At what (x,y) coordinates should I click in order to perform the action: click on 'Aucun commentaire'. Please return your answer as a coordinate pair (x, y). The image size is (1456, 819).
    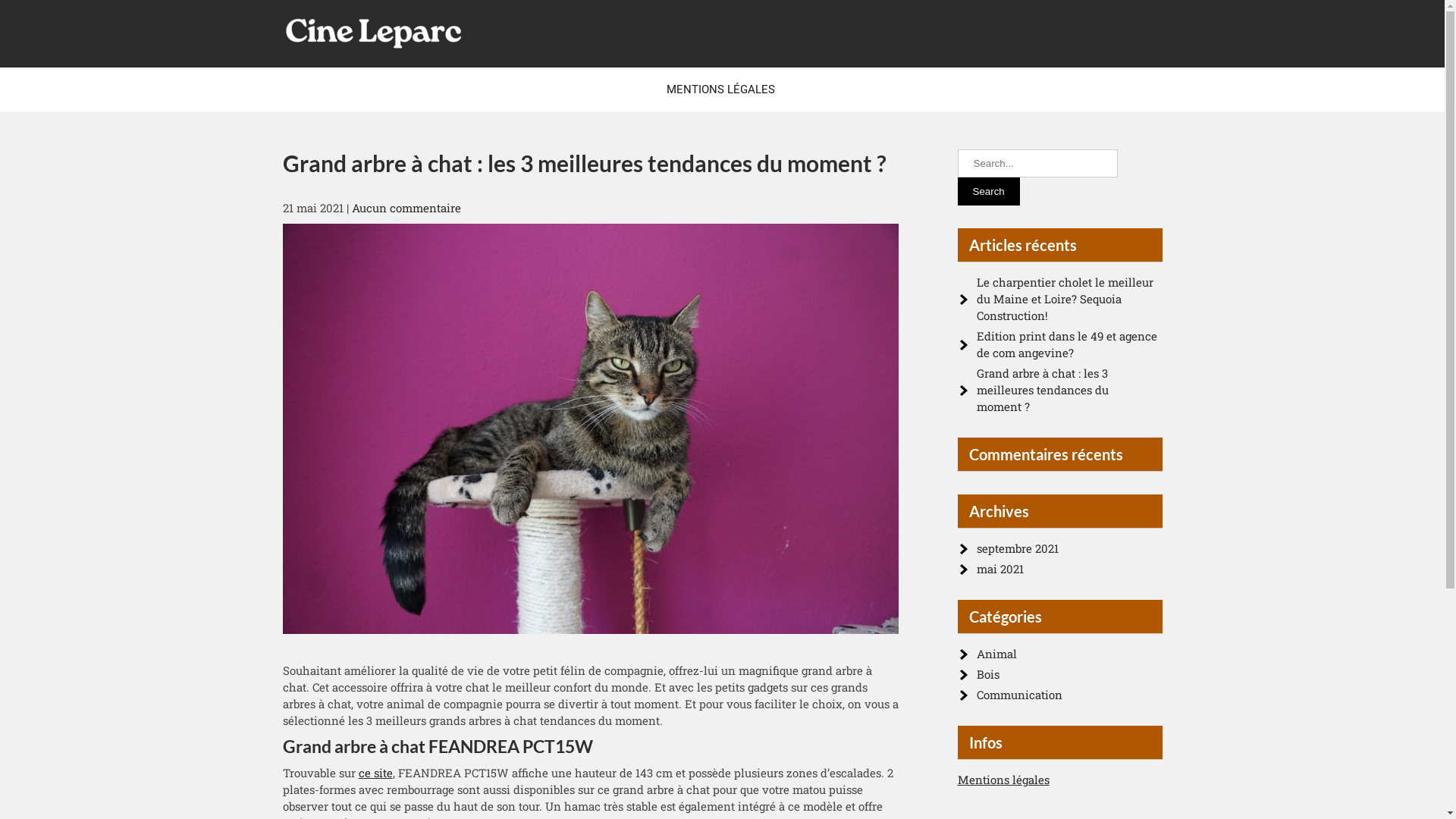
    Looking at the image, I should click on (351, 207).